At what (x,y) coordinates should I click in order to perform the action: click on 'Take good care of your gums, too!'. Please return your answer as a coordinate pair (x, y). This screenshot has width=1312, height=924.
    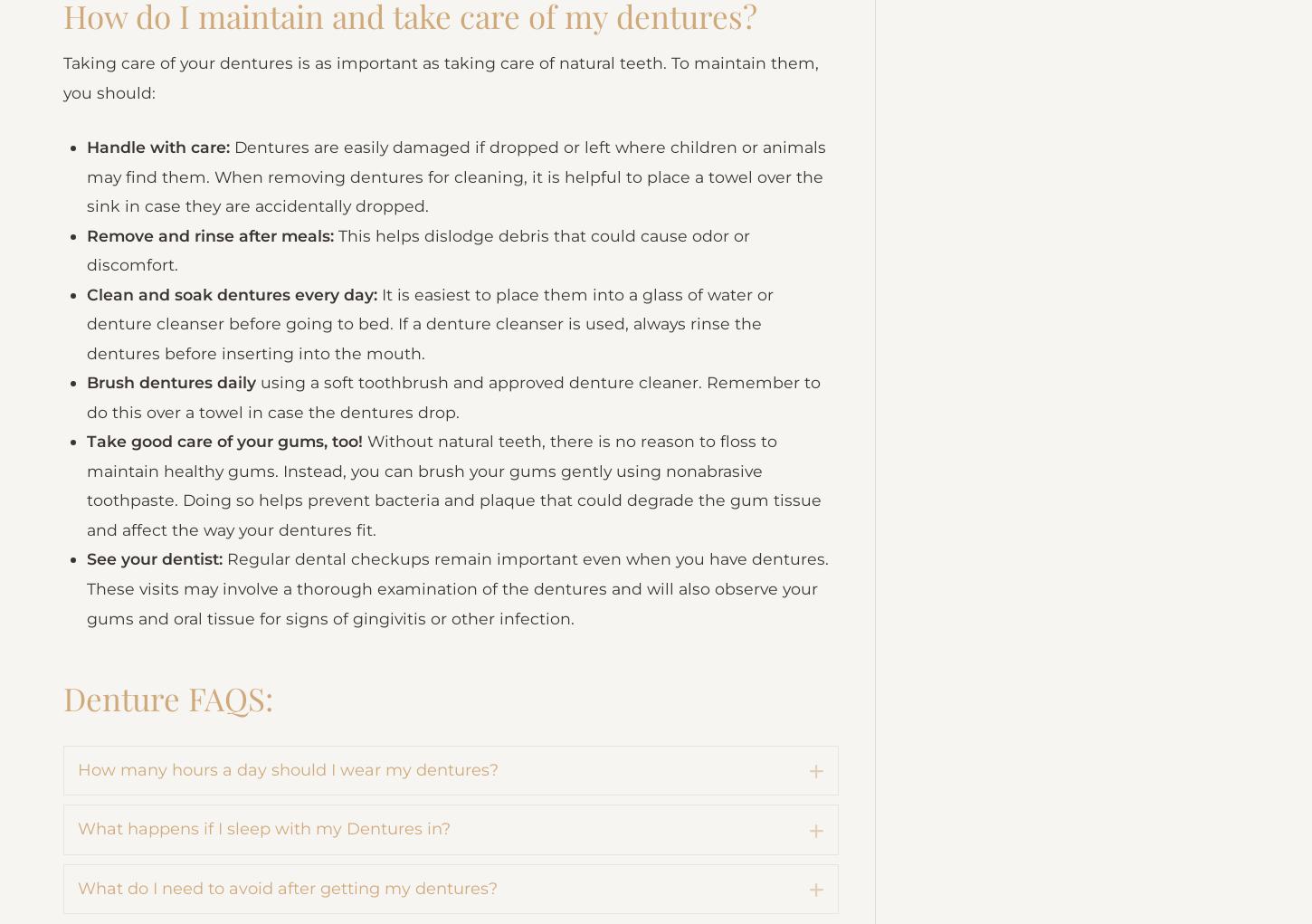
    Looking at the image, I should click on (231, 552).